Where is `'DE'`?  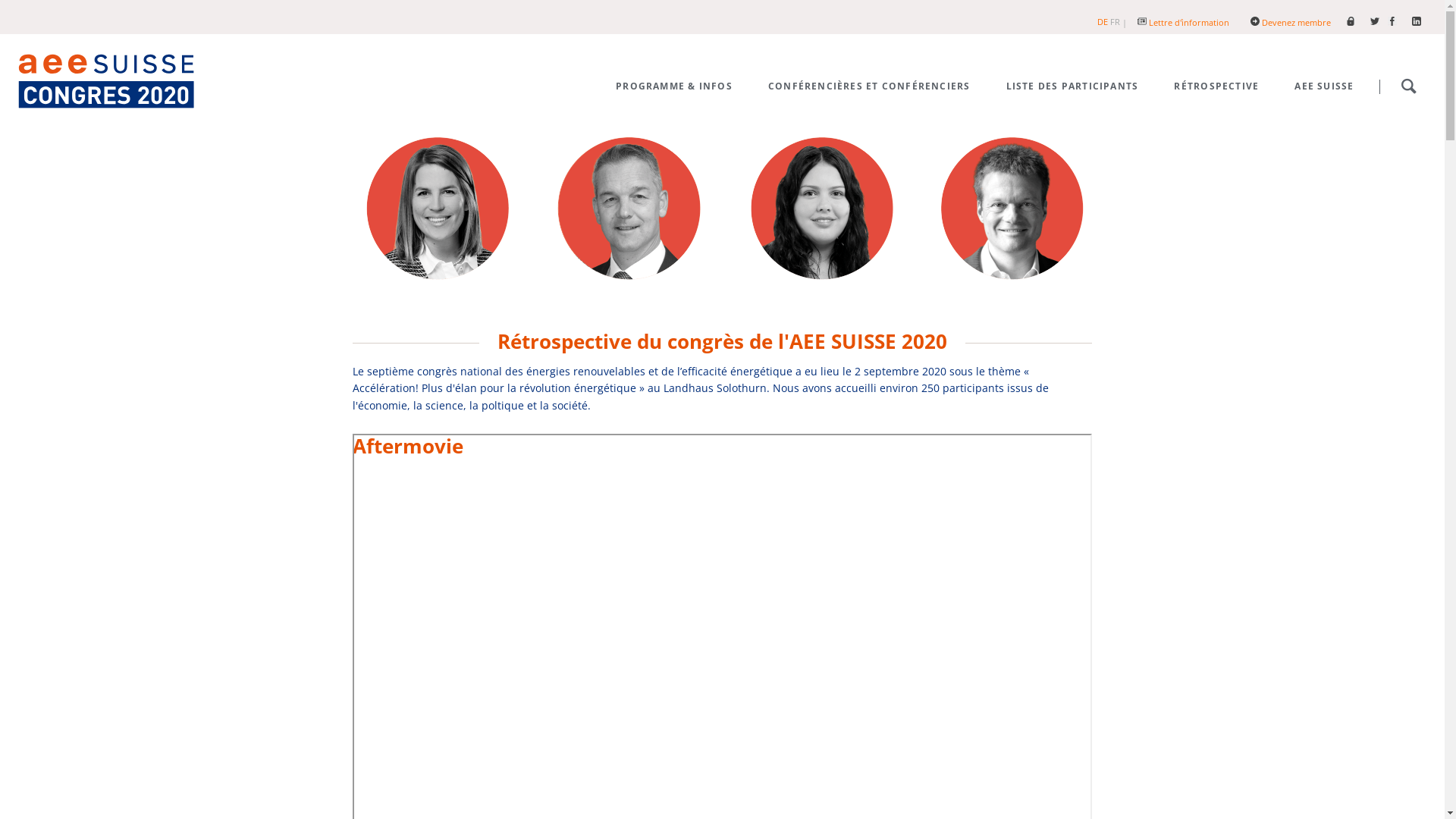
'DE' is located at coordinates (1097, 21).